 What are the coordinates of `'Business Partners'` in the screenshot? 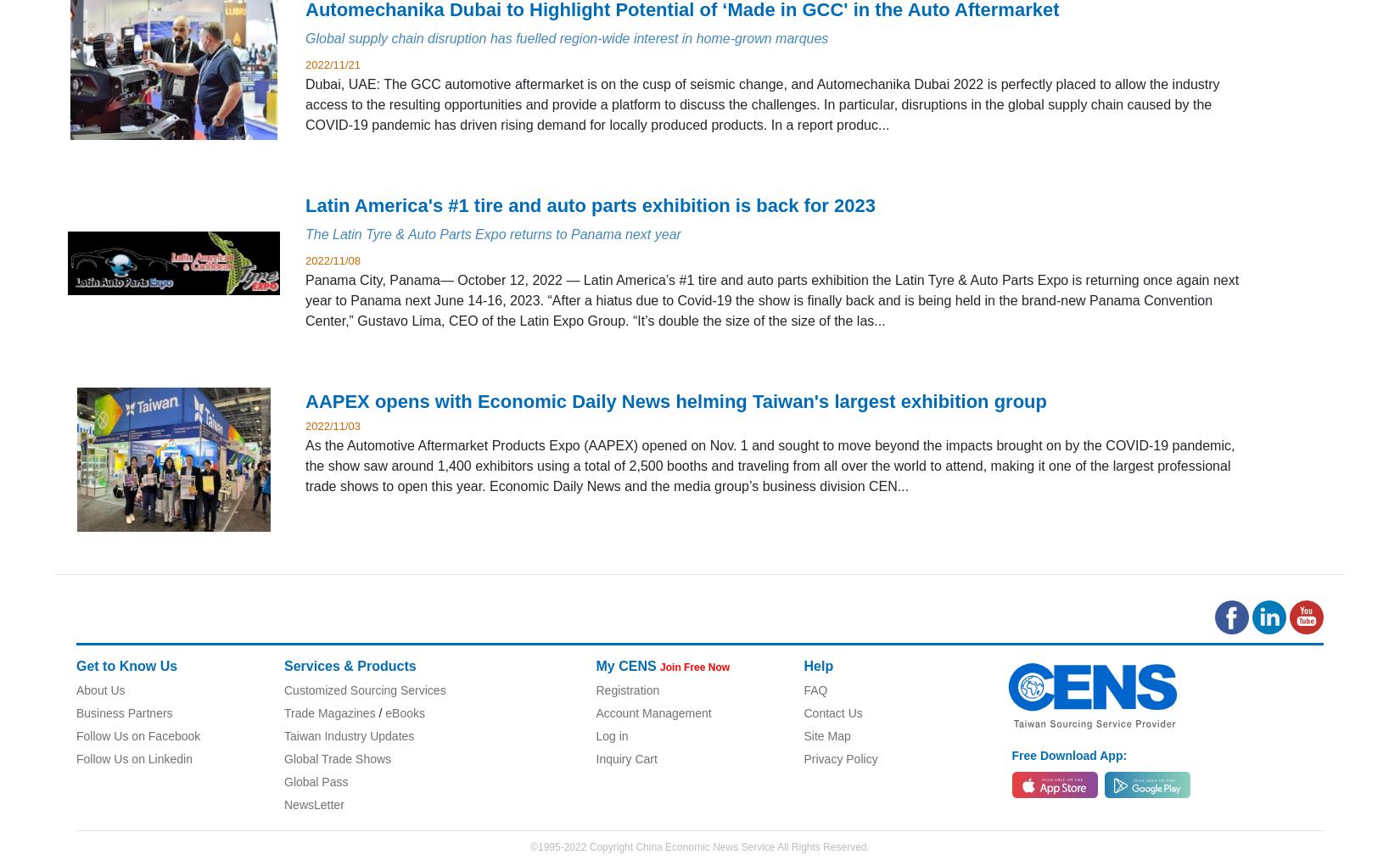 It's located at (124, 712).